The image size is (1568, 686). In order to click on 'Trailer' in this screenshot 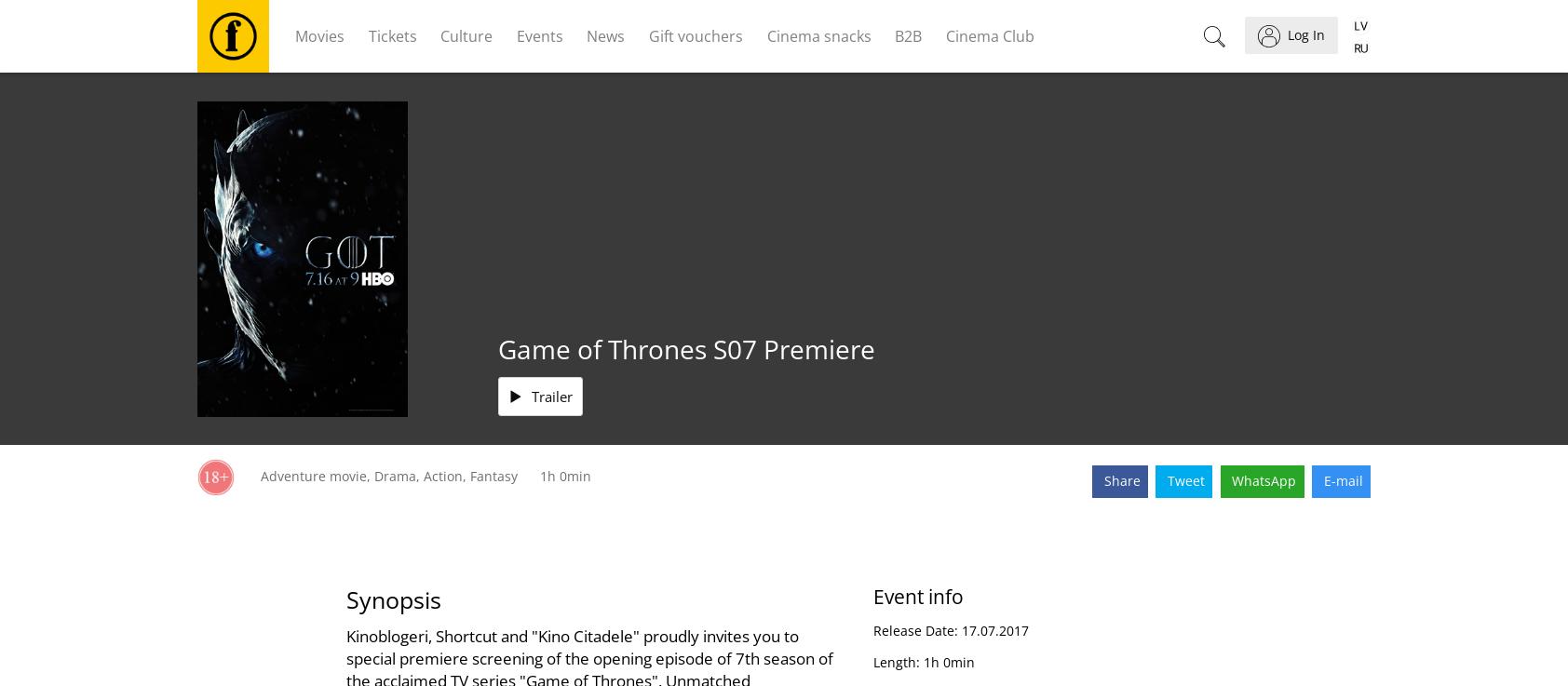, I will do `click(549, 395)`.